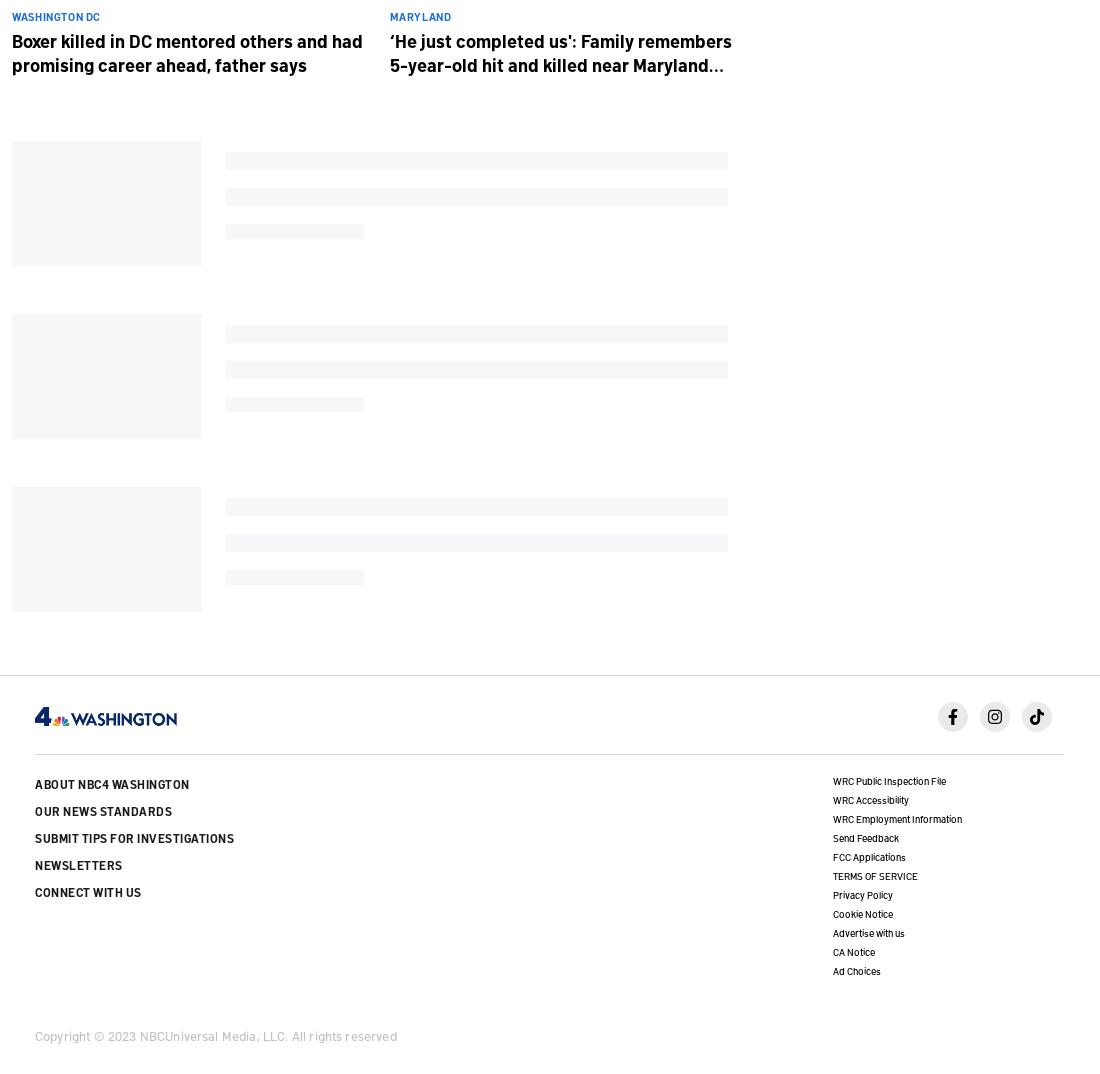  Describe the element at coordinates (33, 889) in the screenshot. I see `'Connect With Us'` at that location.